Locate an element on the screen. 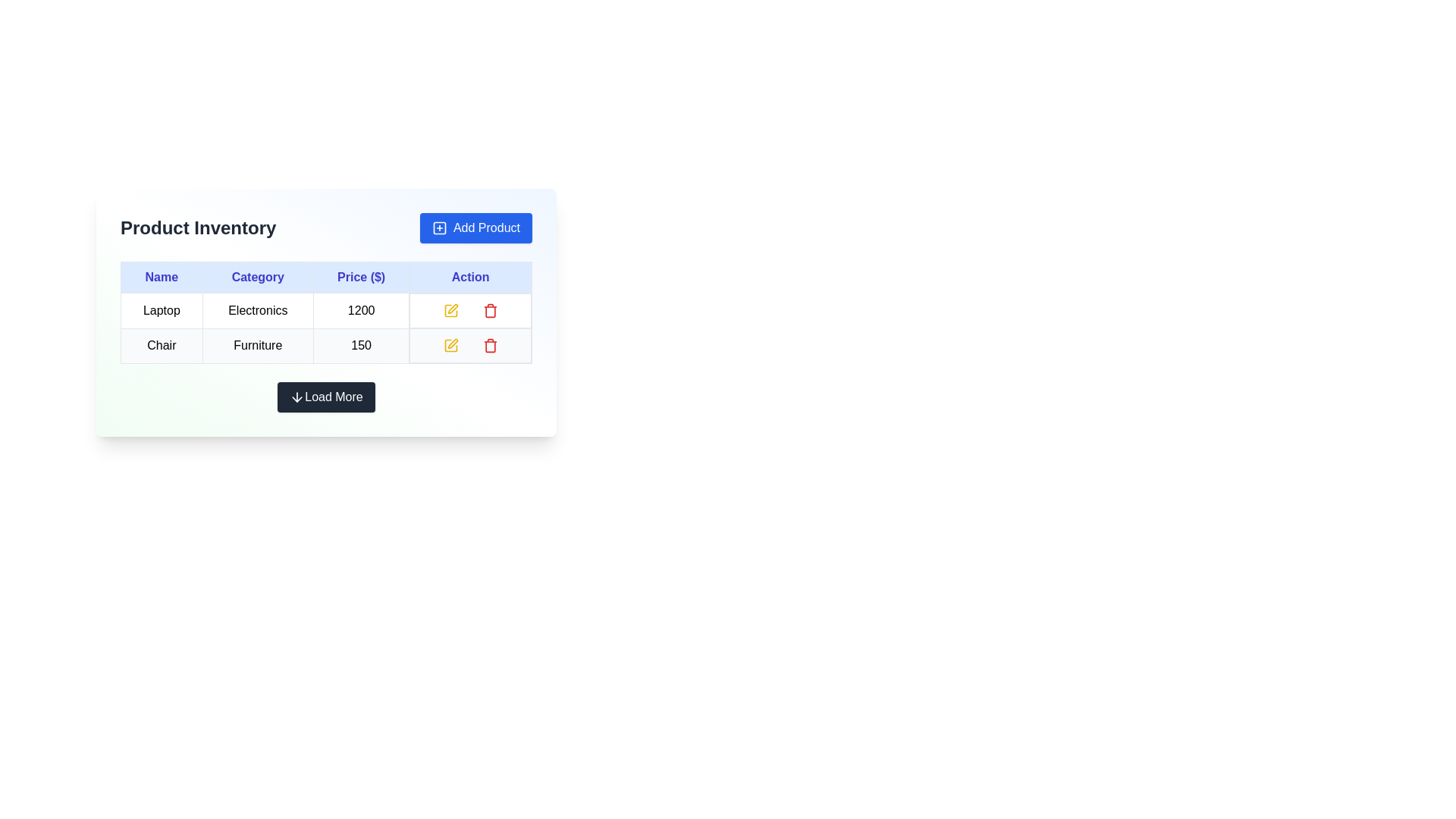 The height and width of the screenshot is (819, 1456). the downward arrow icon that is centered above the text of the 'Load More' button, which appears white against a dark background is located at coordinates (297, 397).